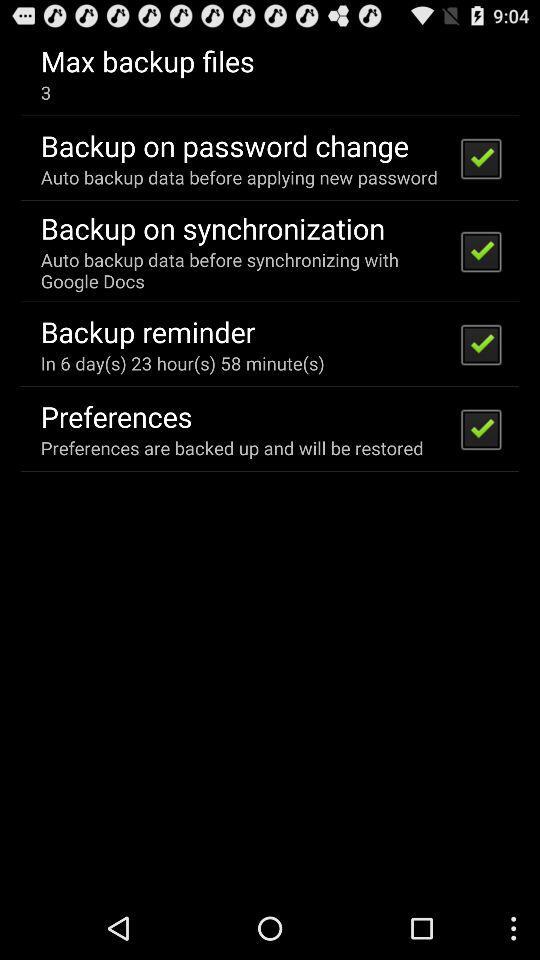  I want to click on app above preferences icon, so click(182, 362).